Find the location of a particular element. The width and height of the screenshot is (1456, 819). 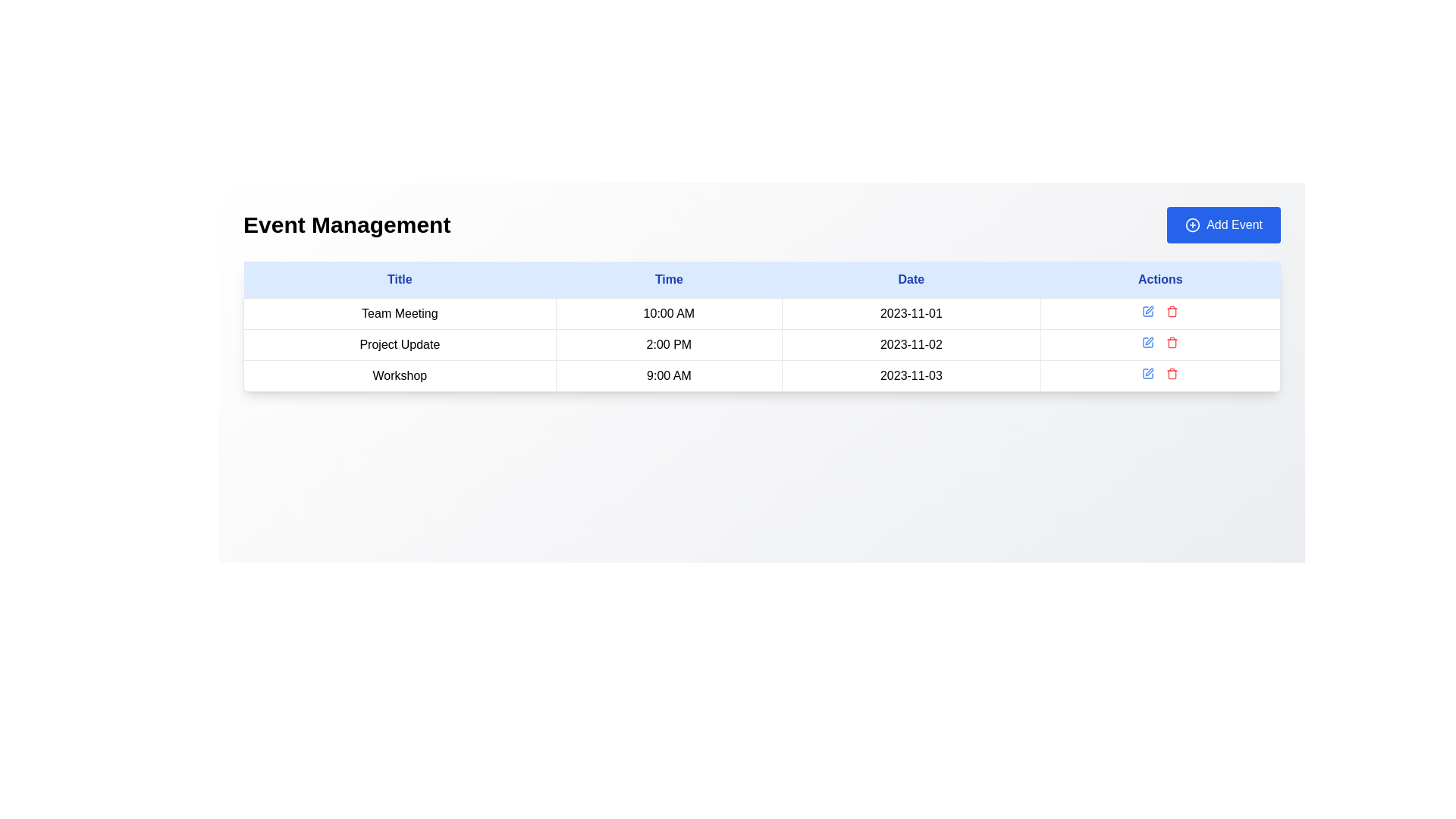

the interactive edit button, represented by a pen-like SVG icon, located in the 'Actions' column of the second row in the table is located at coordinates (1150, 341).